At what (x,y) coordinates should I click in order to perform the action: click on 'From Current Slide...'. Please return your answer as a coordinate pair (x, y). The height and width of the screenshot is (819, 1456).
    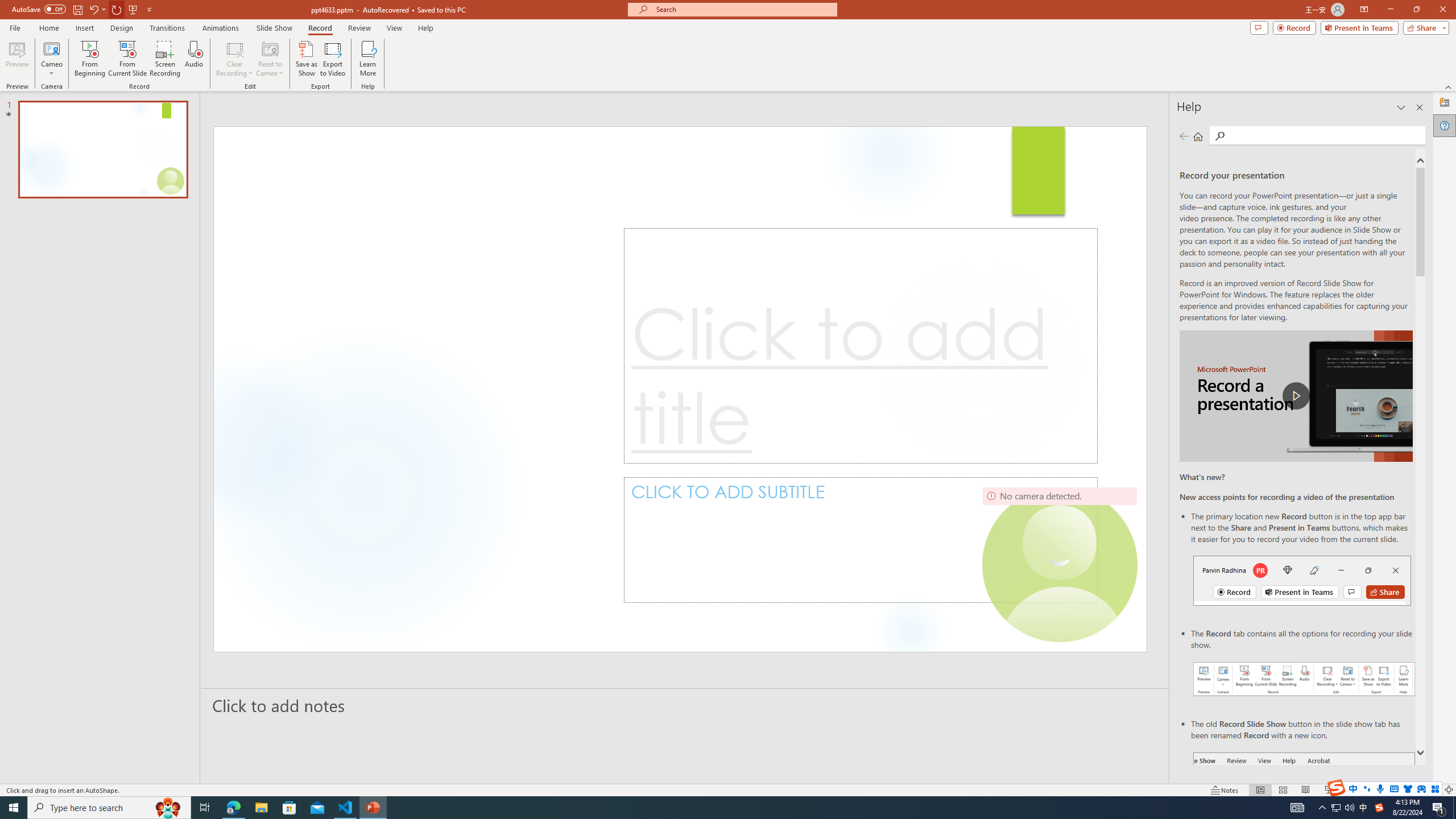
    Looking at the image, I should click on (127, 59).